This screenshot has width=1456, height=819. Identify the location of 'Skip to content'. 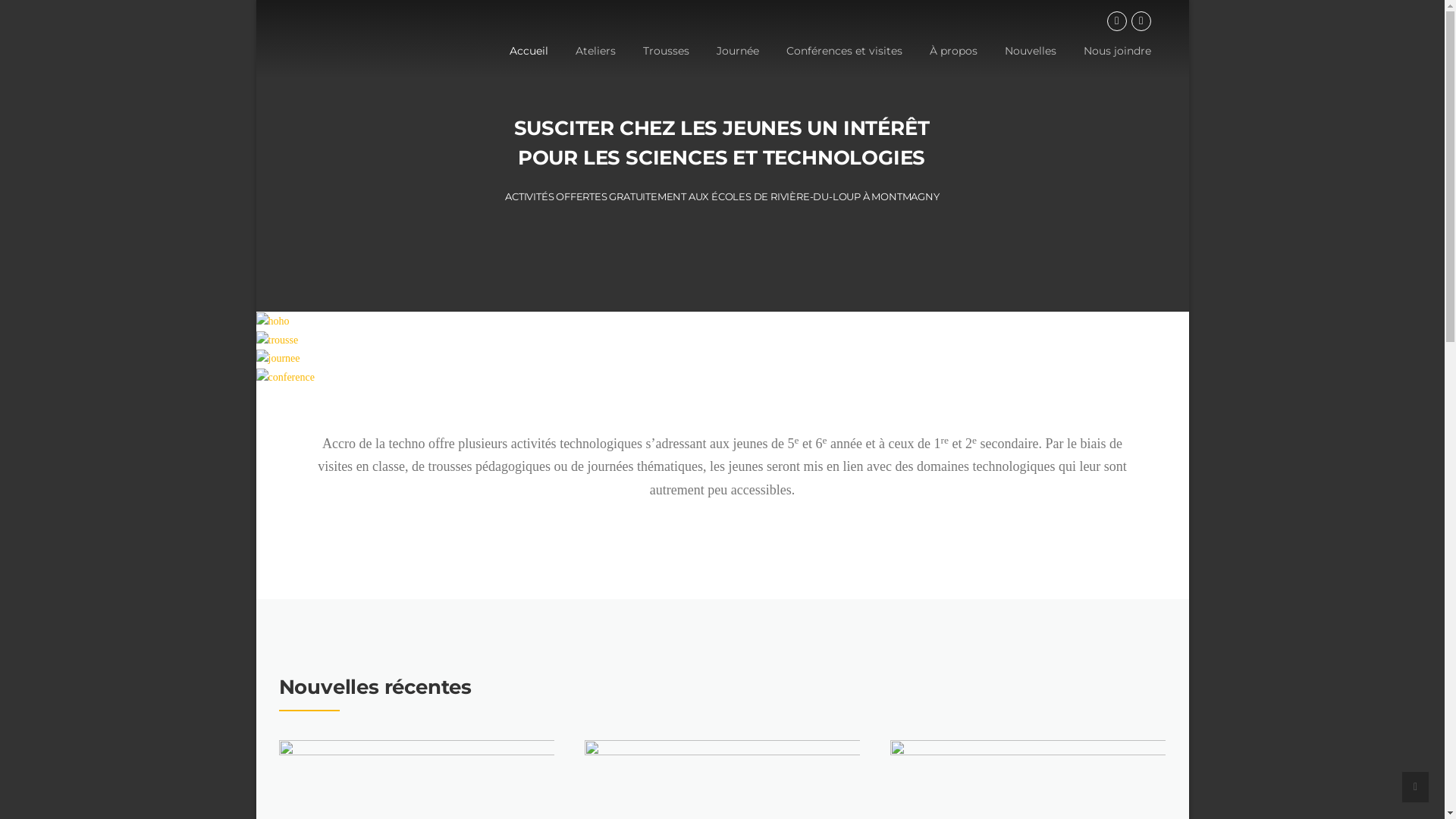
(256, 0).